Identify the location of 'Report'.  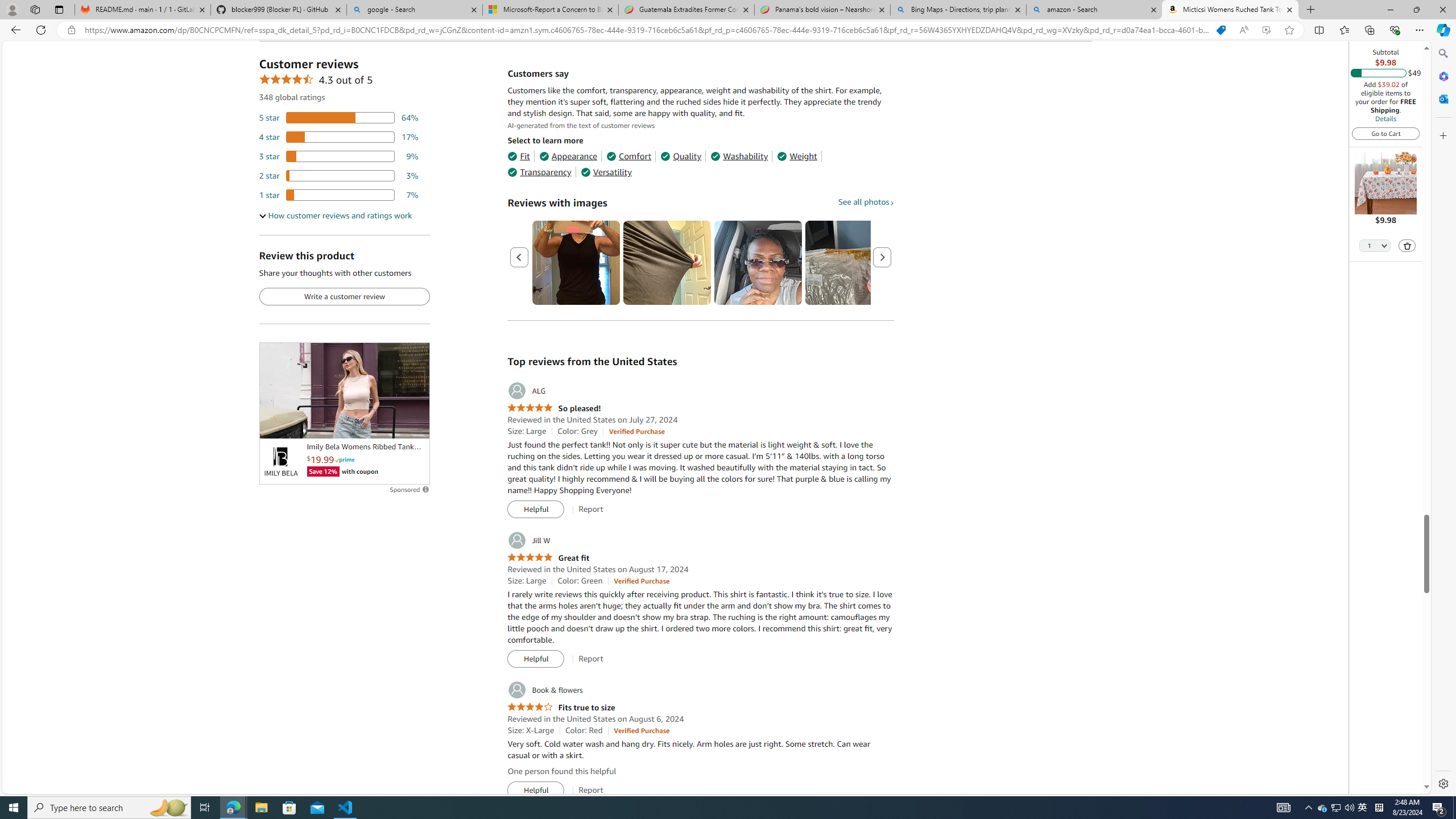
(590, 790).